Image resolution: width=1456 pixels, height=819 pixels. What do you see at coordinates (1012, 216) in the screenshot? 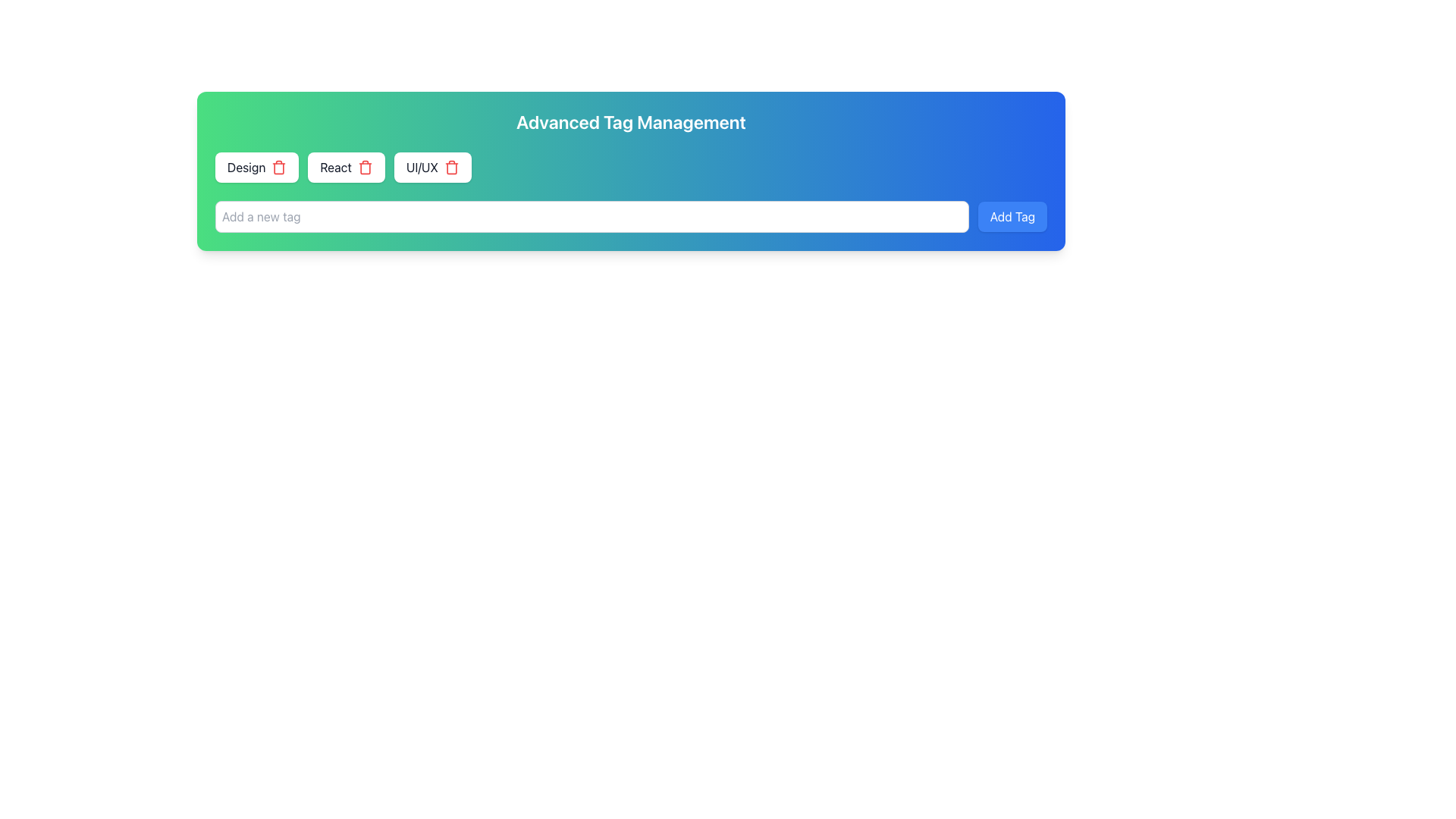
I see `the 'Add Tag' button with a blue background and white text` at bounding box center [1012, 216].